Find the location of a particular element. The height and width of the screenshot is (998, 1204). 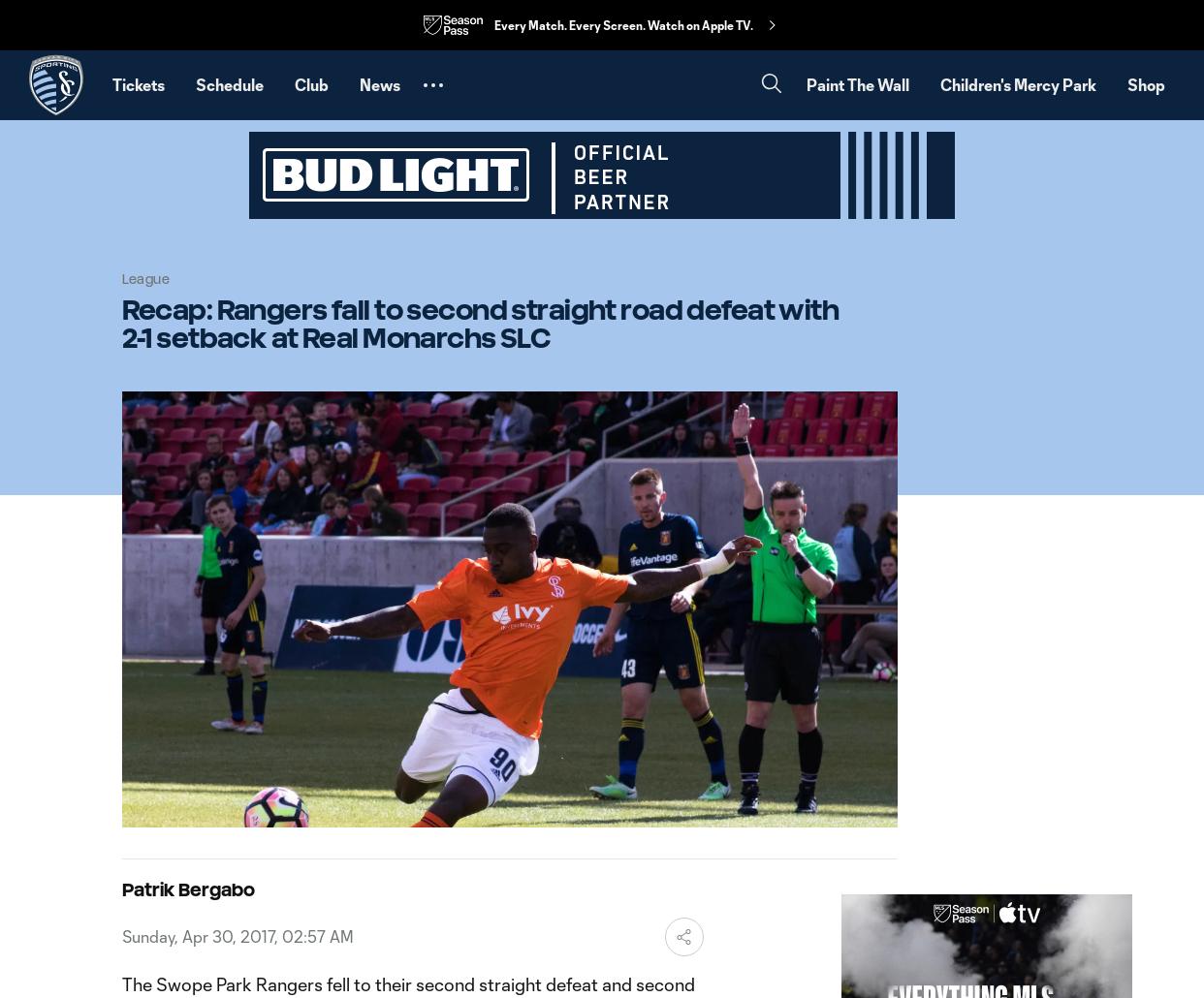

'Shop' is located at coordinates (1146, 83).